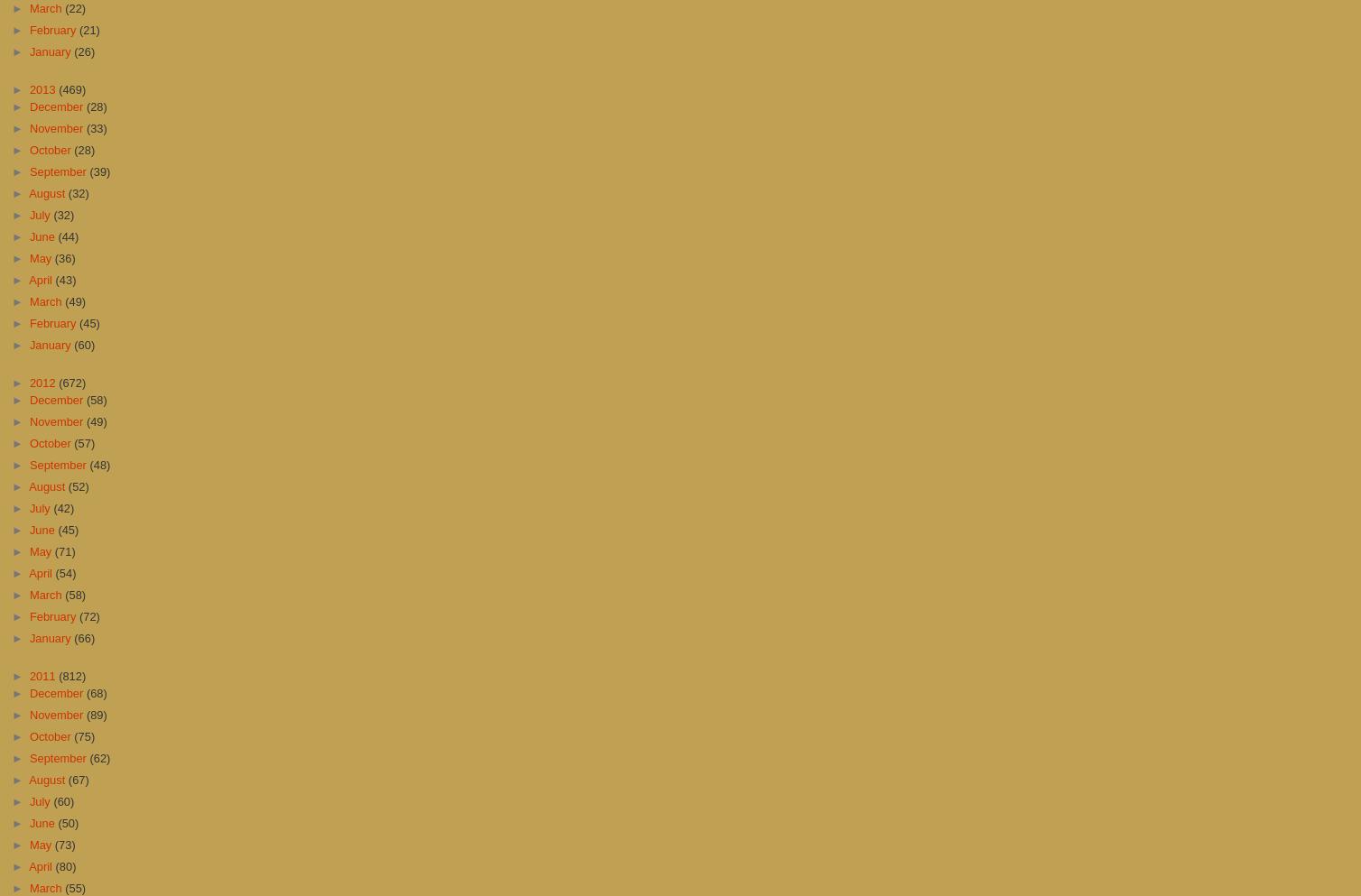 The height and width of the screenshot is (896, 1361). Describe the element at coordinates (65, 572) in the screenshot. I see `'(54)'` at that location.